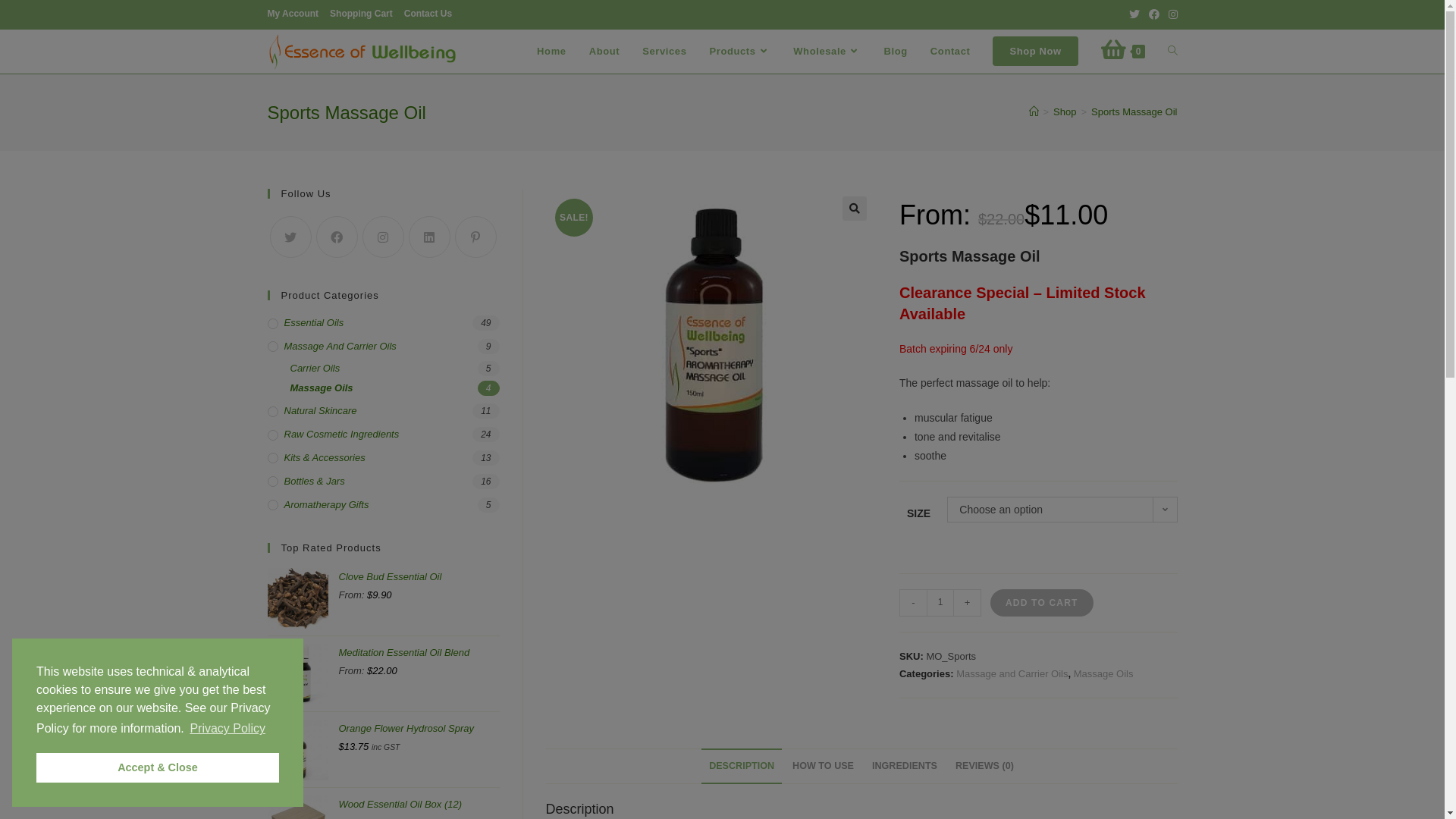 The image size is (1456, 819). What do you see at coordinates (360, 14) in the screenshot?
I see `'Shopping Cart'` at bounding box center [360, 14].